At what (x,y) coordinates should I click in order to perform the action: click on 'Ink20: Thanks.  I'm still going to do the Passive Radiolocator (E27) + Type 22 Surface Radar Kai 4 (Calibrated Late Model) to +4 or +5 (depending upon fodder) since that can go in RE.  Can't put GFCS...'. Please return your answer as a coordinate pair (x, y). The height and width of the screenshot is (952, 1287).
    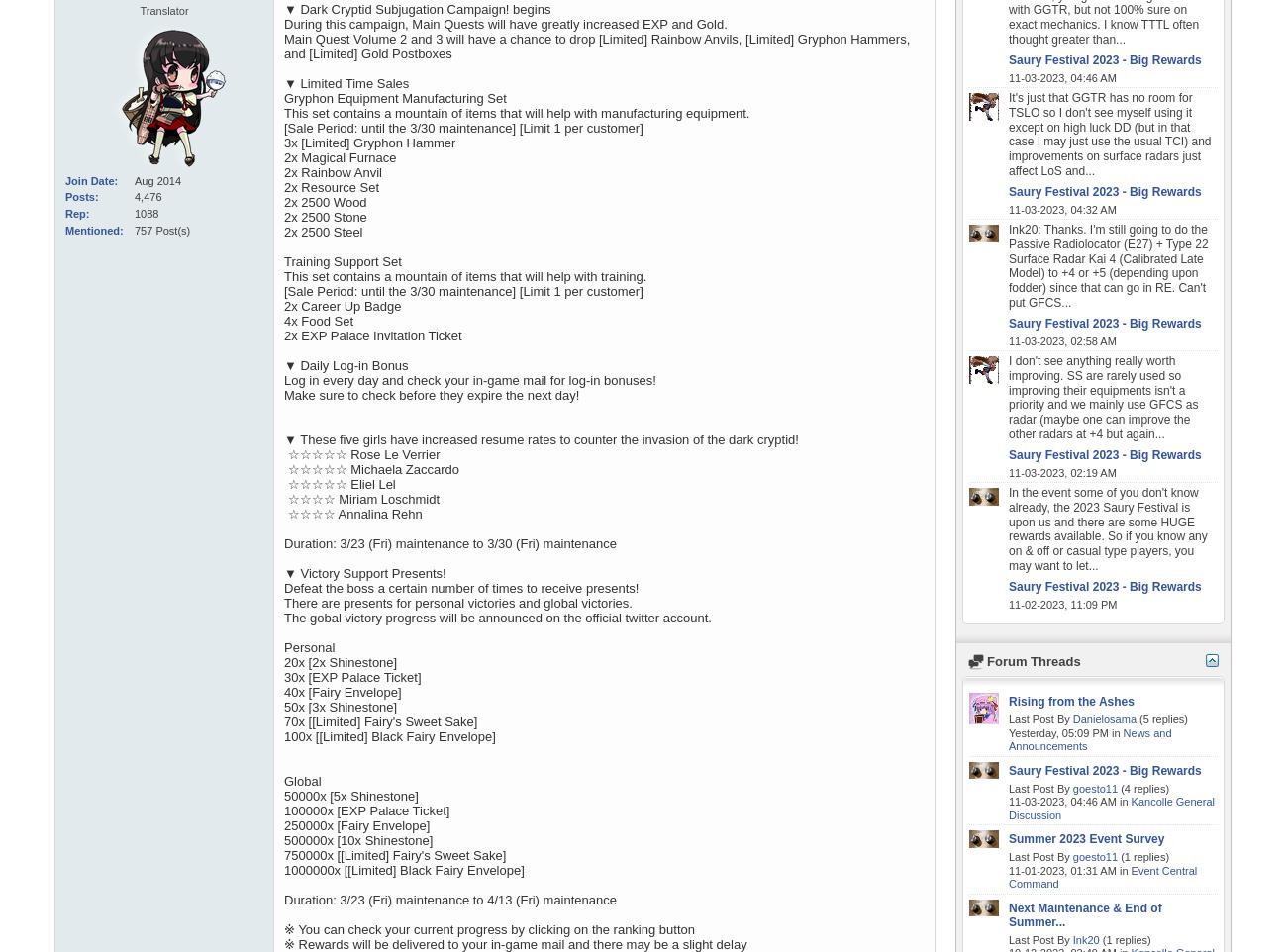
    Looking at the image, I should click on (1007, 265).